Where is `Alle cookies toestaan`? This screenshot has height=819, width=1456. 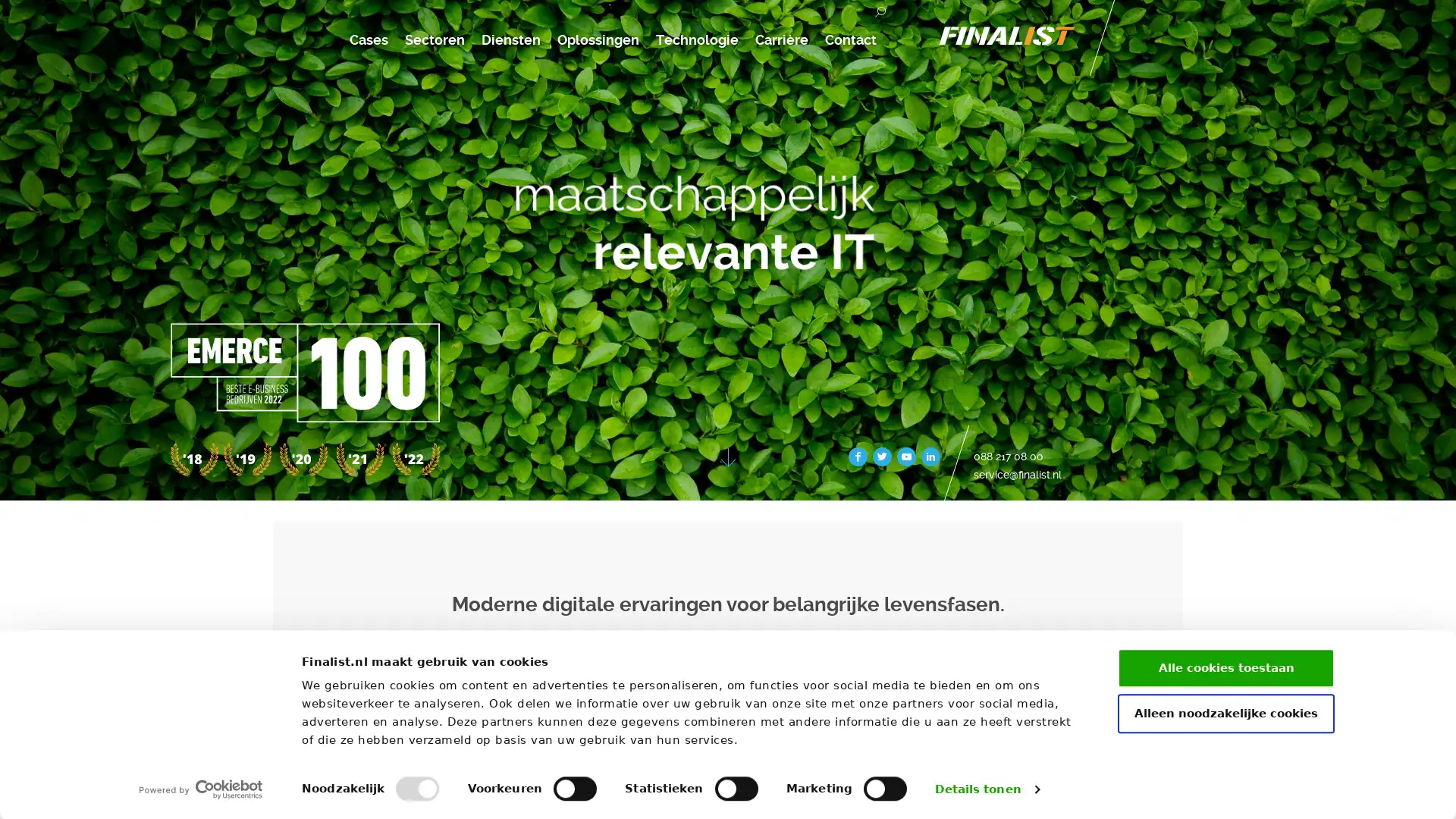 Alle cookies toestaan is located at coordinates (1226, 667).